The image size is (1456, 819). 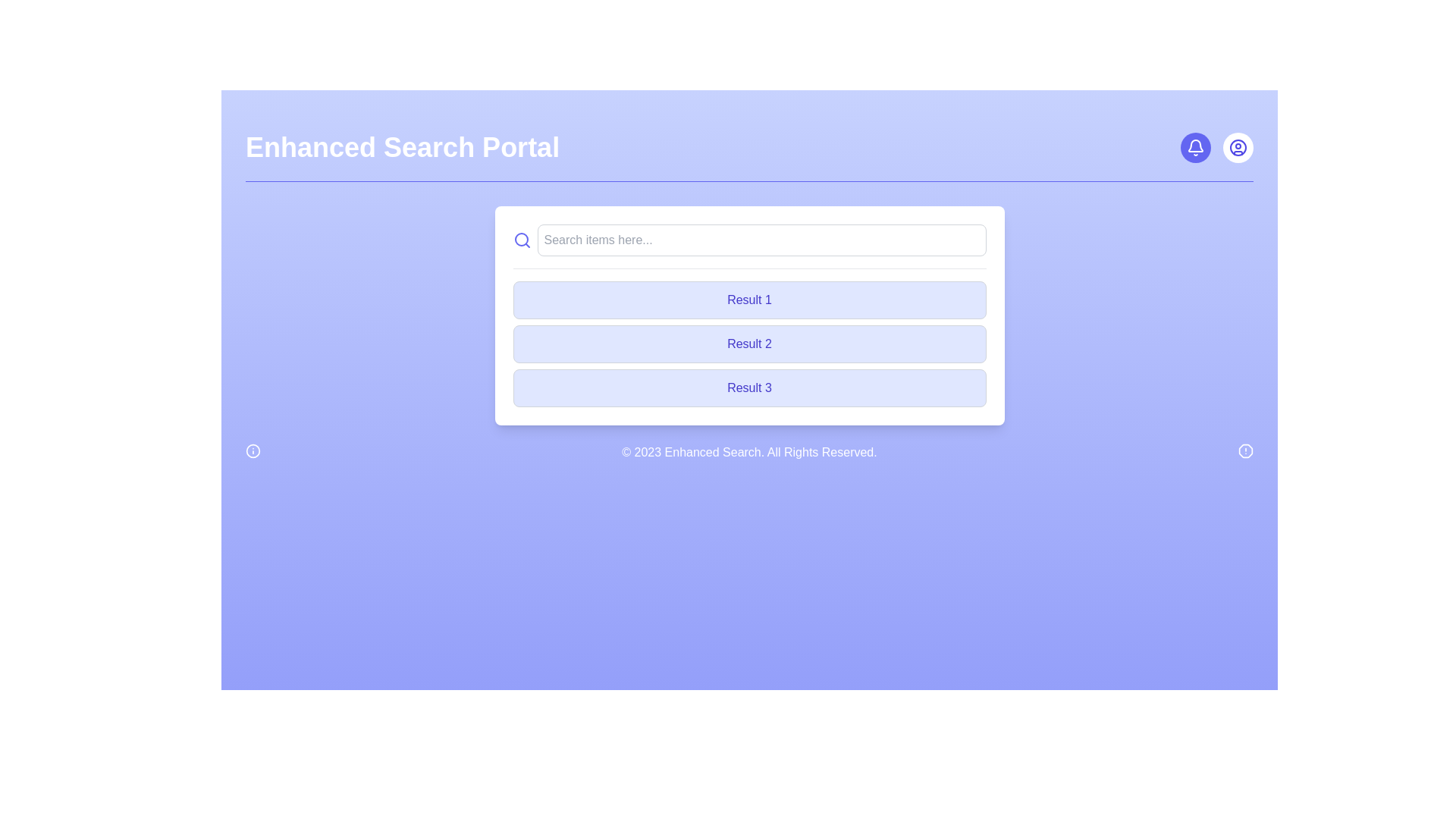 I want to click on the bell-shaped icon within the dark indigo circular button located at the top-right corner of the interface, so click(x=1195, y=148).